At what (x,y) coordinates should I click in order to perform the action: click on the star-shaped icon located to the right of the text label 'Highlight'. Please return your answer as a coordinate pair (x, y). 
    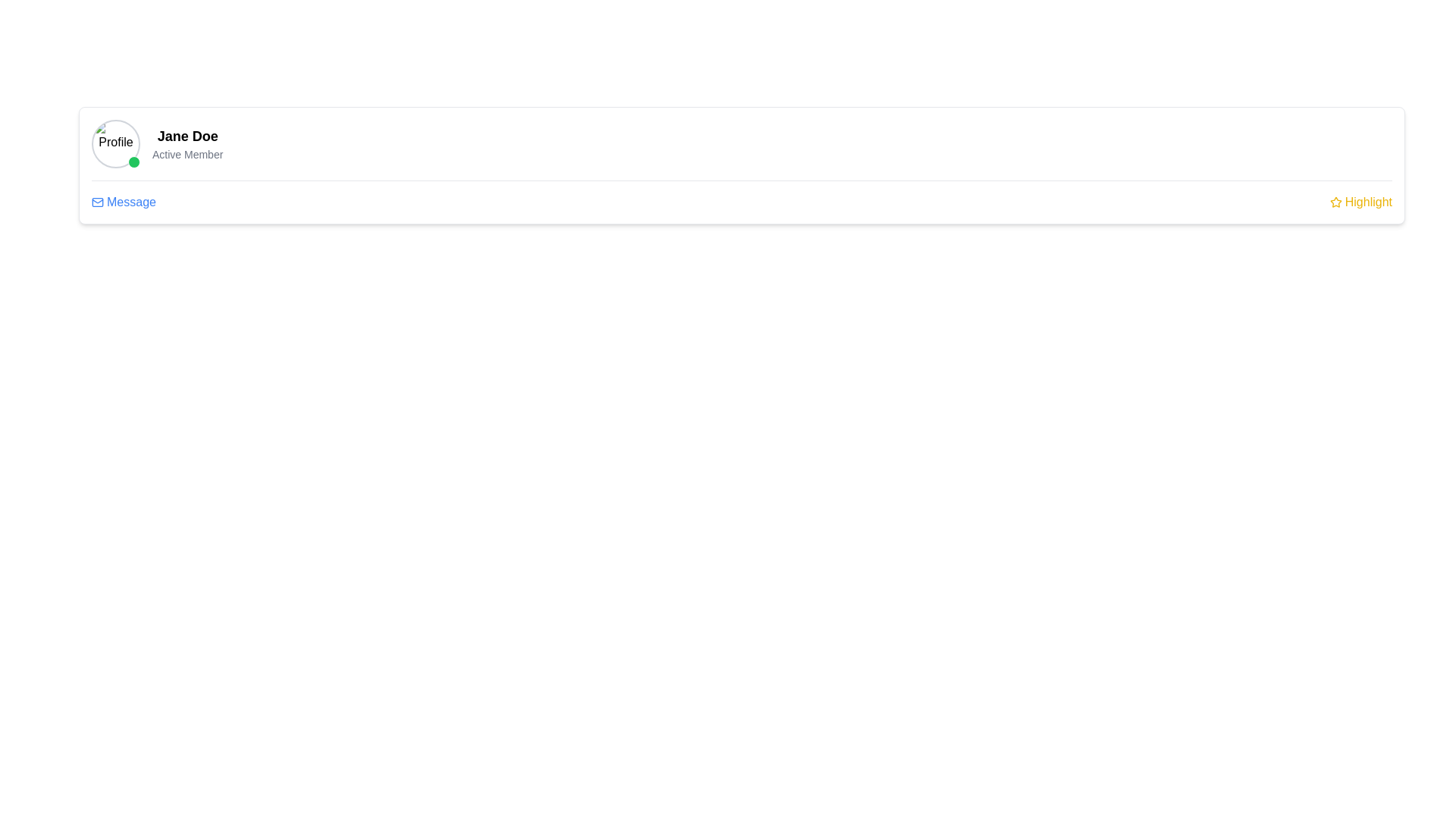
    Looking at the image, I should click on (1335, 201).